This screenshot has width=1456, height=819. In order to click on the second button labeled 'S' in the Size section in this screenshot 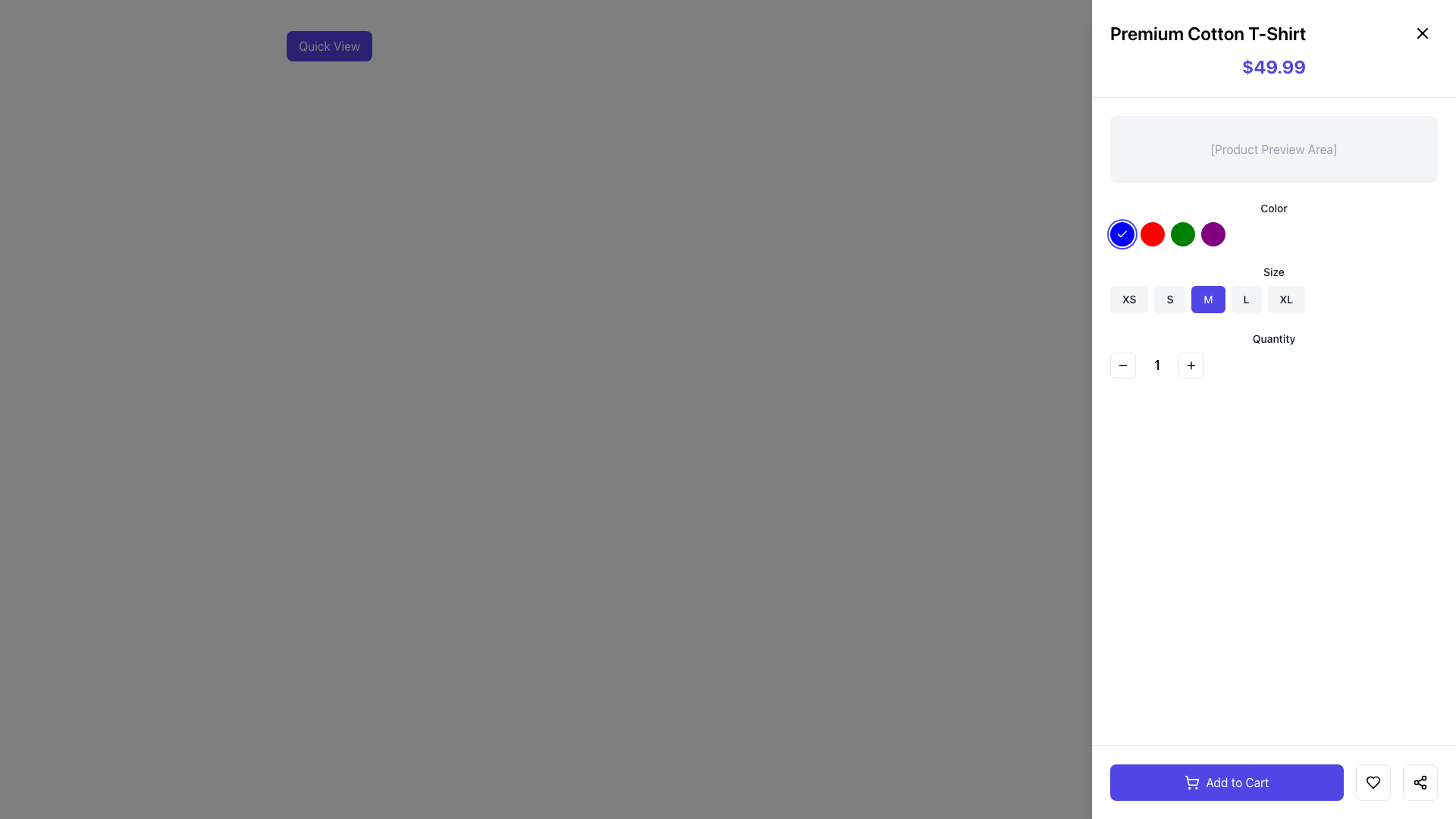, I will do `click(1169, 299)`.